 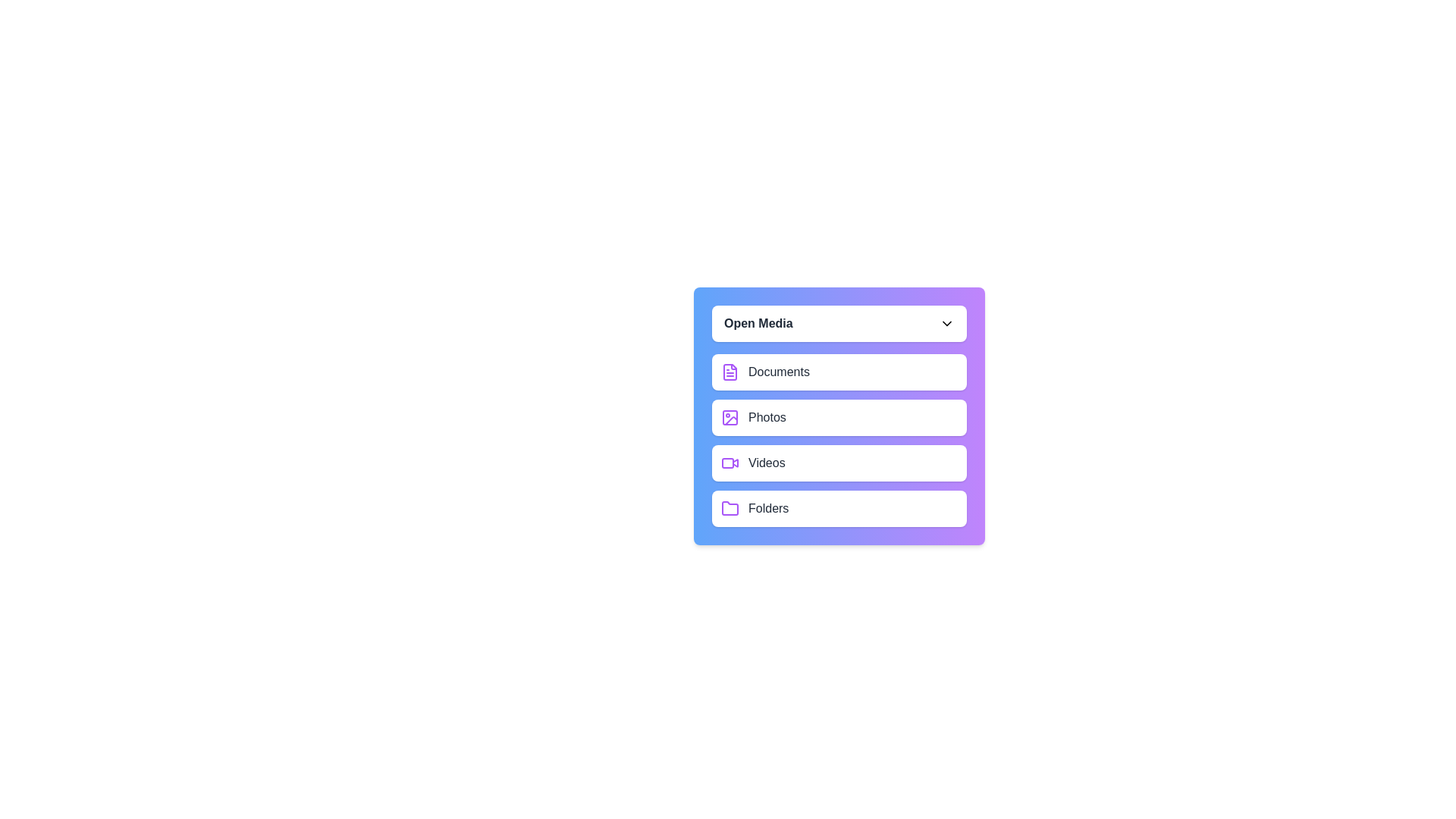 What do you see at coordinates (839, 418) in the screenshot?
I see `the 'Photos' button located in the 'Open Media' panel, which is directly below the 'Documents' button and above the 'Videos' button` at bounding box center [839, 418].